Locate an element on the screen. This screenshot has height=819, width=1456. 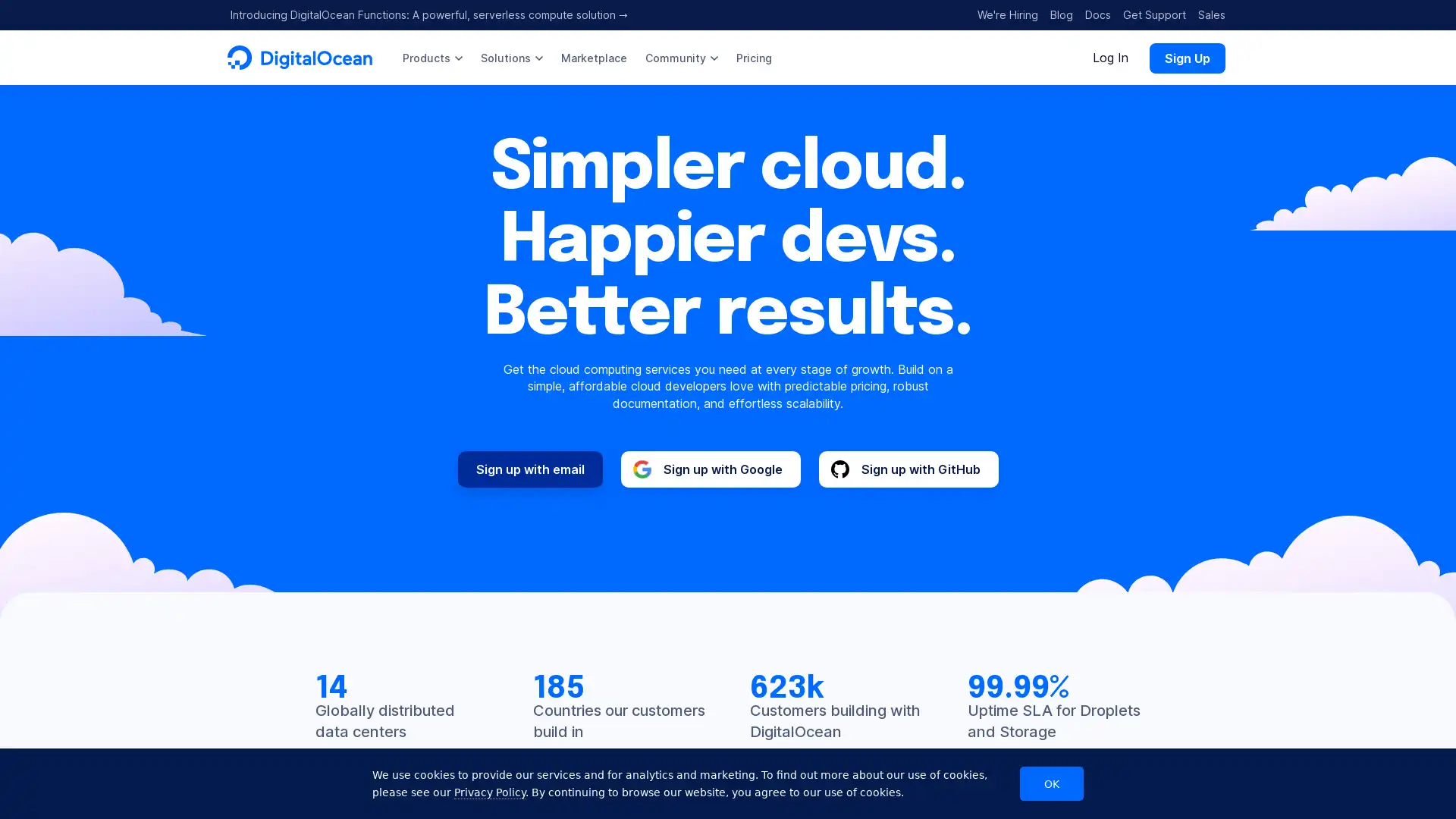
Log In is located at coordinates (1110, 57).